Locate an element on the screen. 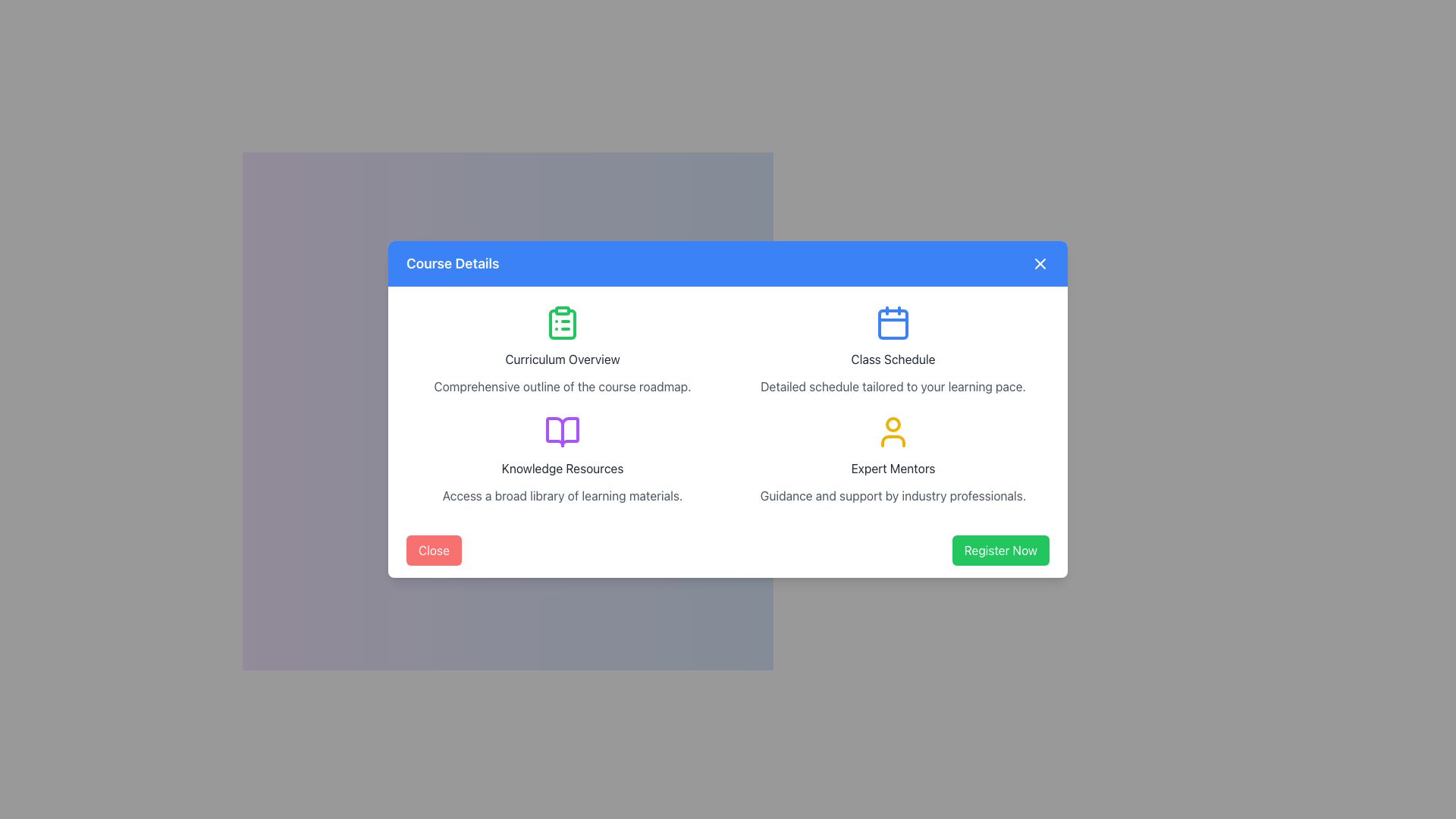  the blue and white calendar icon located in the upper-right section of the 'Course Details' modal, which features rounded corners and resembles a modern, minimalistic design is located at coordinates (893, 322).